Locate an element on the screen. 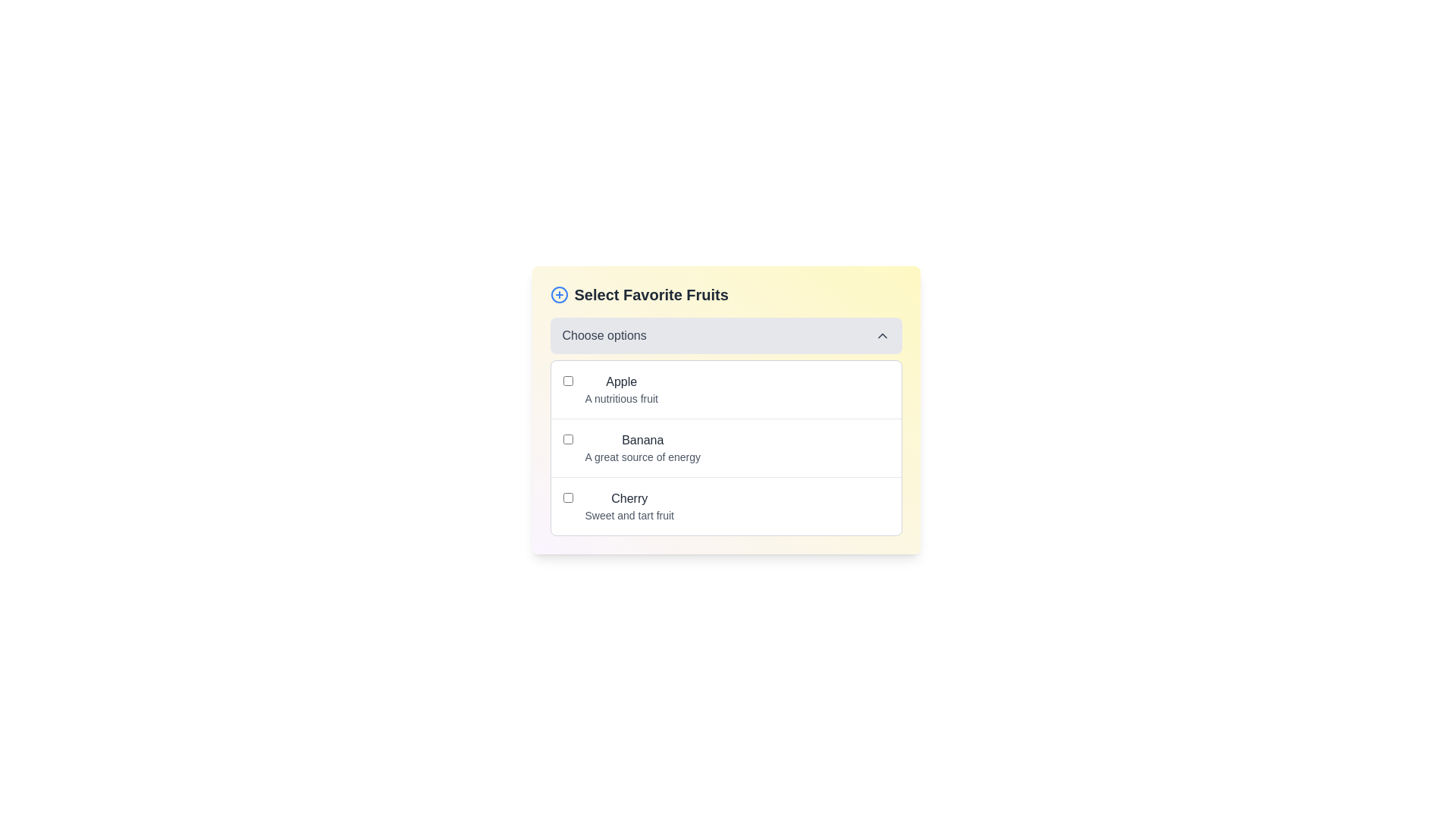 This screenshot has height=819, width=1456. the descriptive text label located under the bold 'Cherry' label in the third row of the dropdown section is located at coordinates (629, 514).